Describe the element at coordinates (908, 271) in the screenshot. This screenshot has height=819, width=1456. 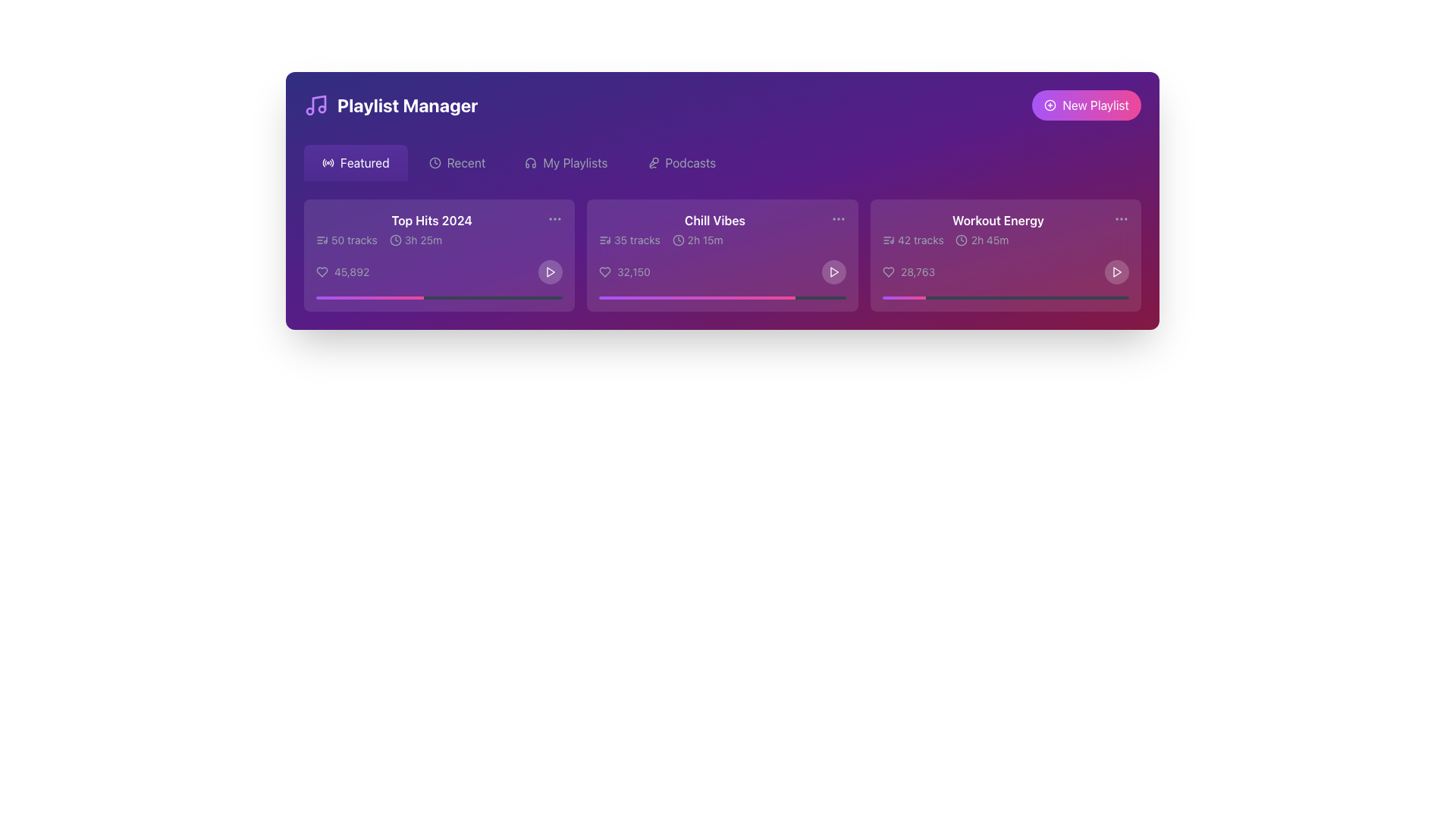
I see `the clickable label paired with an icon in the bottom-left corner of the 'Workout Energy' section` at that location.